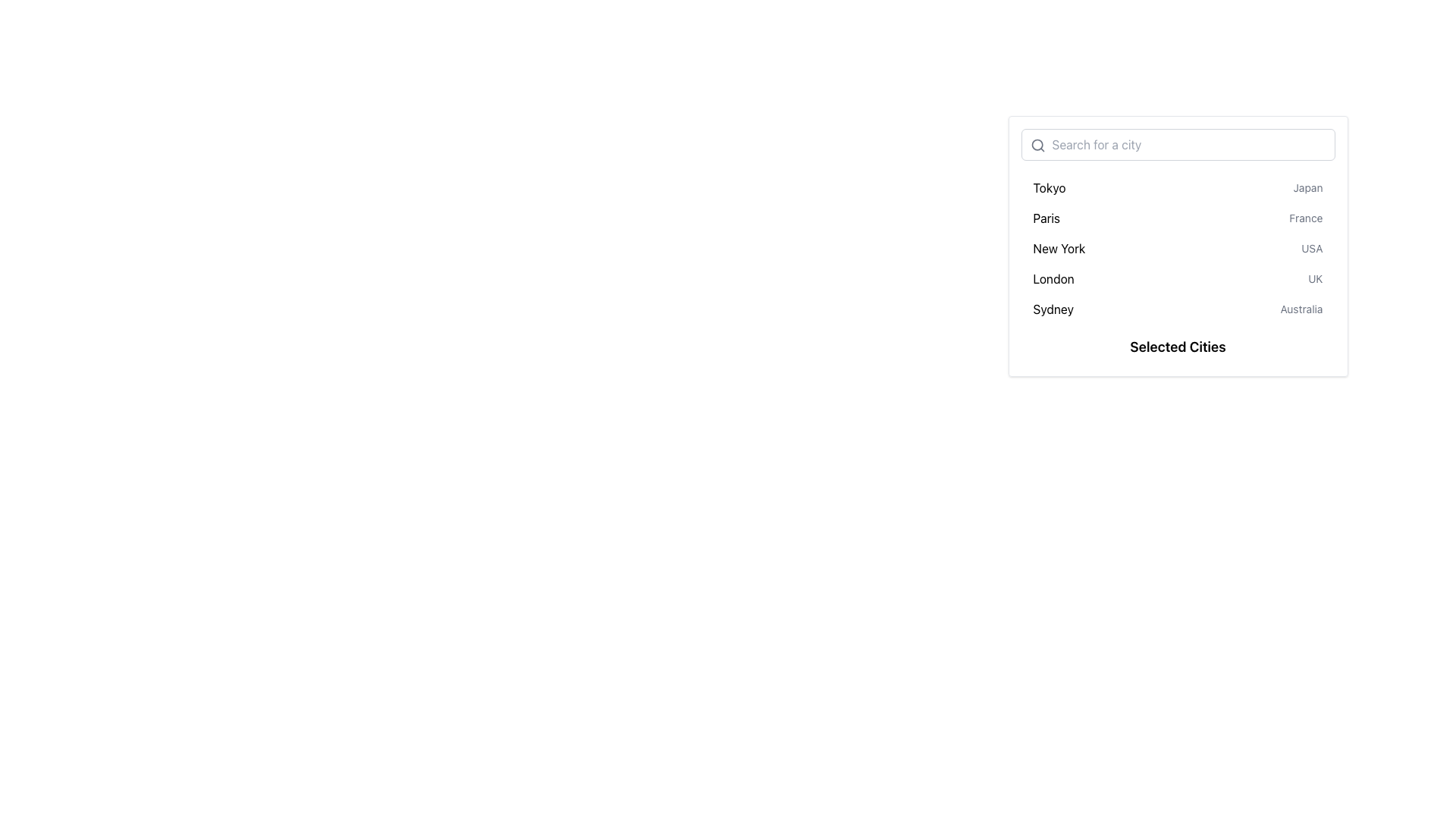 This screenshot has height=819, width=1456. I want to click on the first list item representing 'Tokyo, Japan' in the dropdown menu, so click(1177, 187).